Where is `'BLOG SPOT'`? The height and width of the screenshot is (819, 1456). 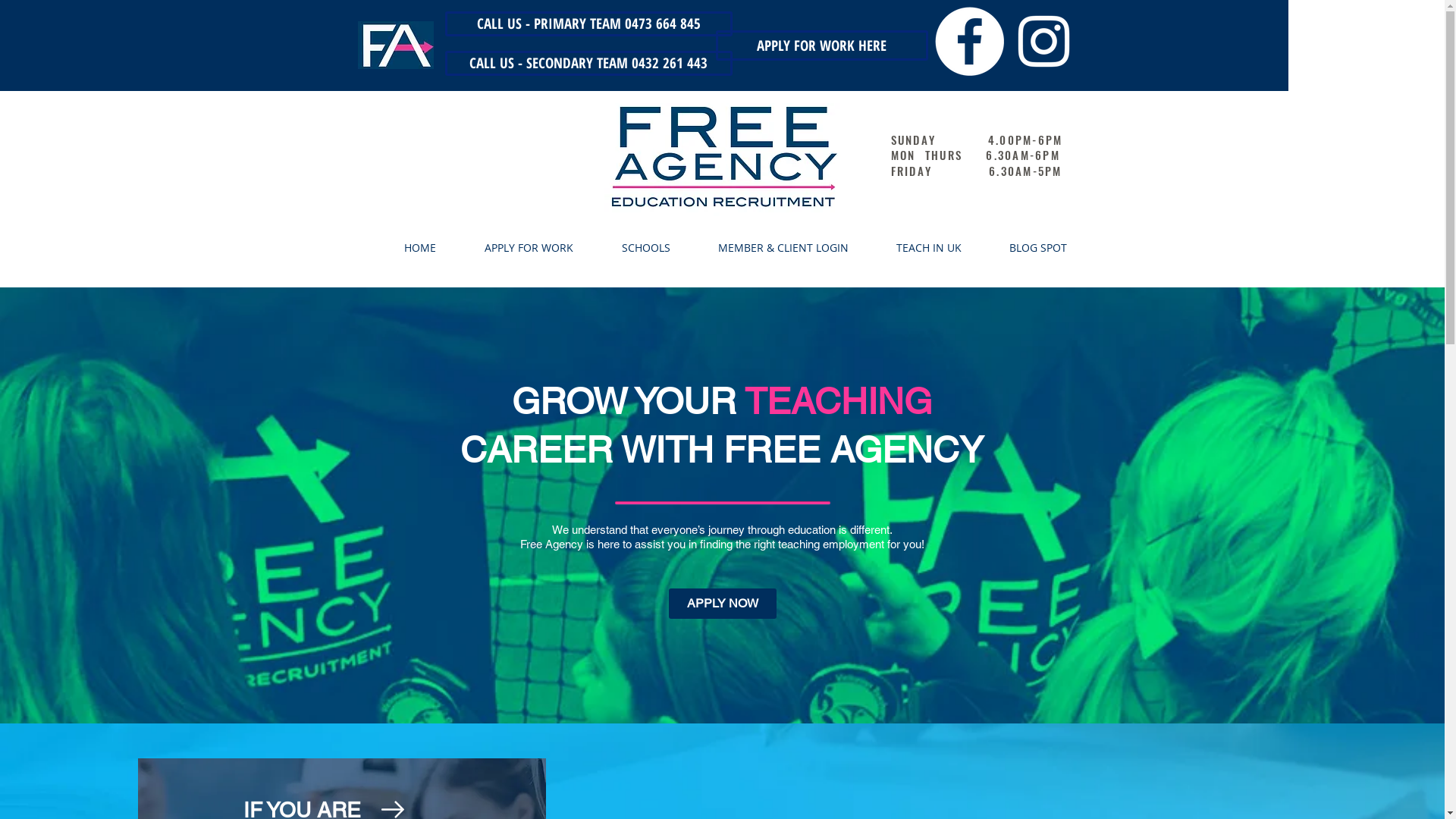
'BLOG SPOT' is located at coordinates (1025, 246).